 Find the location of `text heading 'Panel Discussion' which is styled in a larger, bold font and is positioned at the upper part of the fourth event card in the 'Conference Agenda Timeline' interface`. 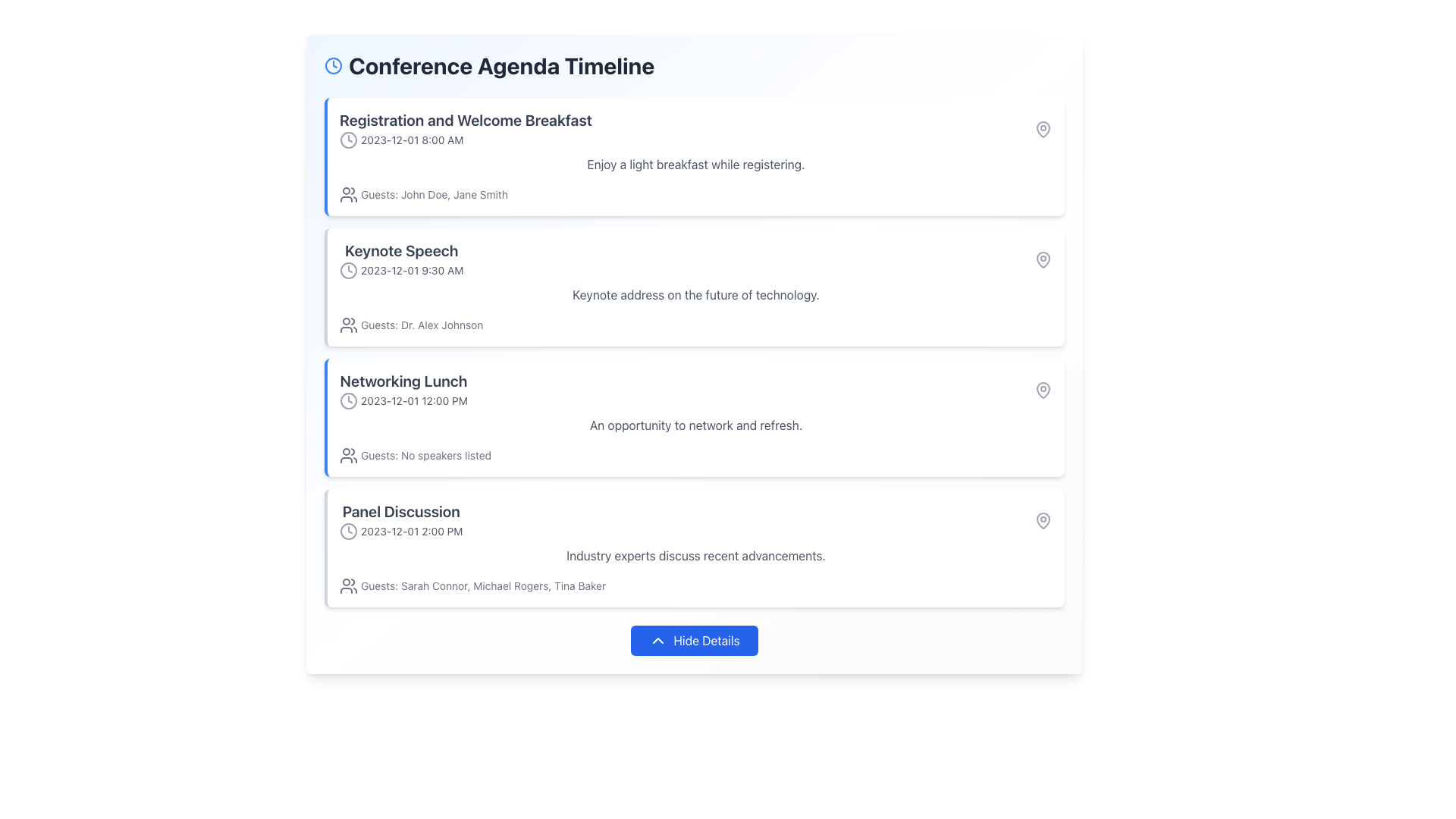

text heading 'Panel Discussion' which is styled in a larger, bold font and is positioned at the upper part of the fourth event card in the 'Conference Agenda Timeline' interface is located at coordinates (401, 512).